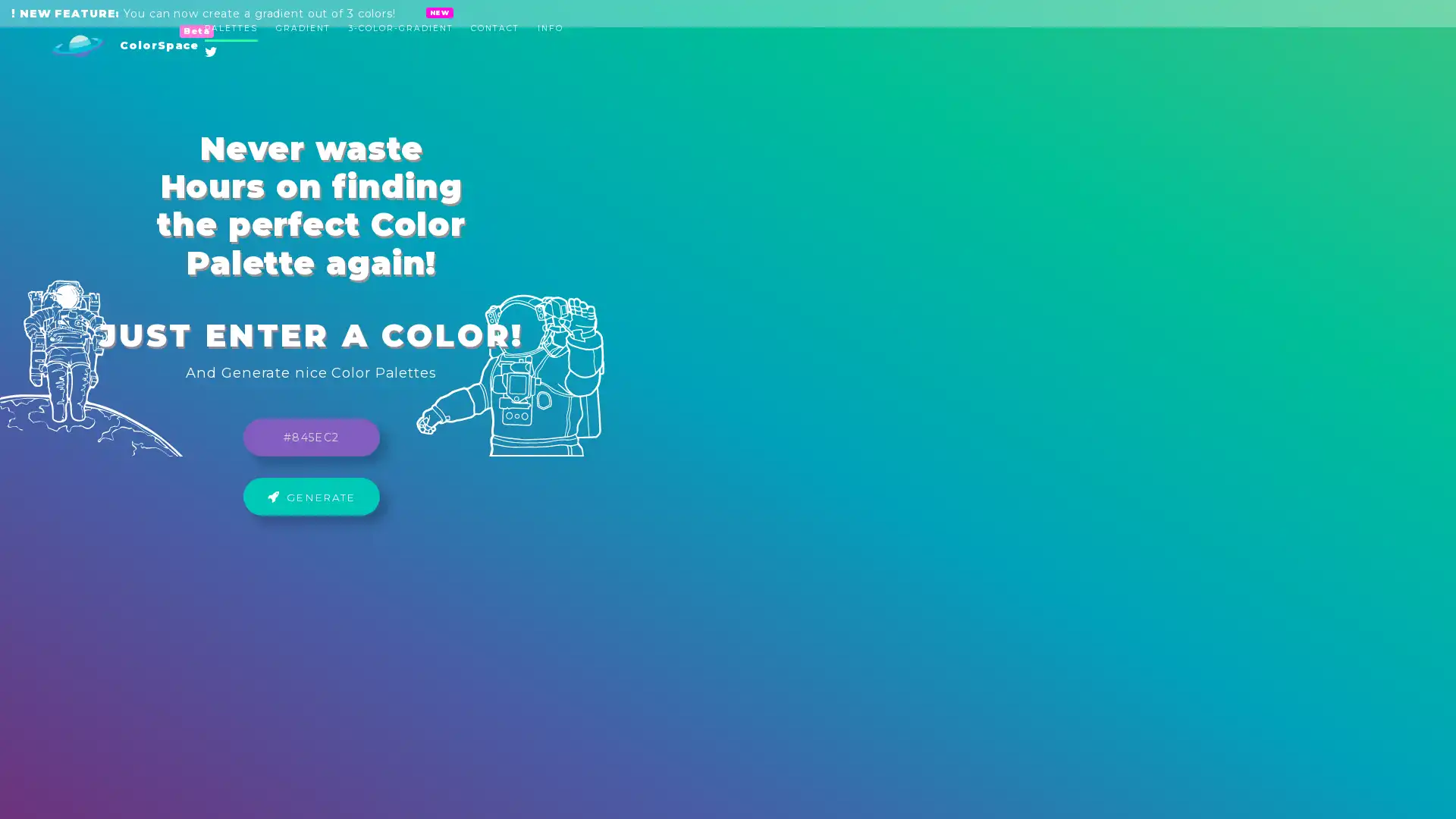 The height and width of the screenshot is (819, 1456). Describe the element at coordinates (728, 426) in the screenshot. I see `GENERATE` at that location.